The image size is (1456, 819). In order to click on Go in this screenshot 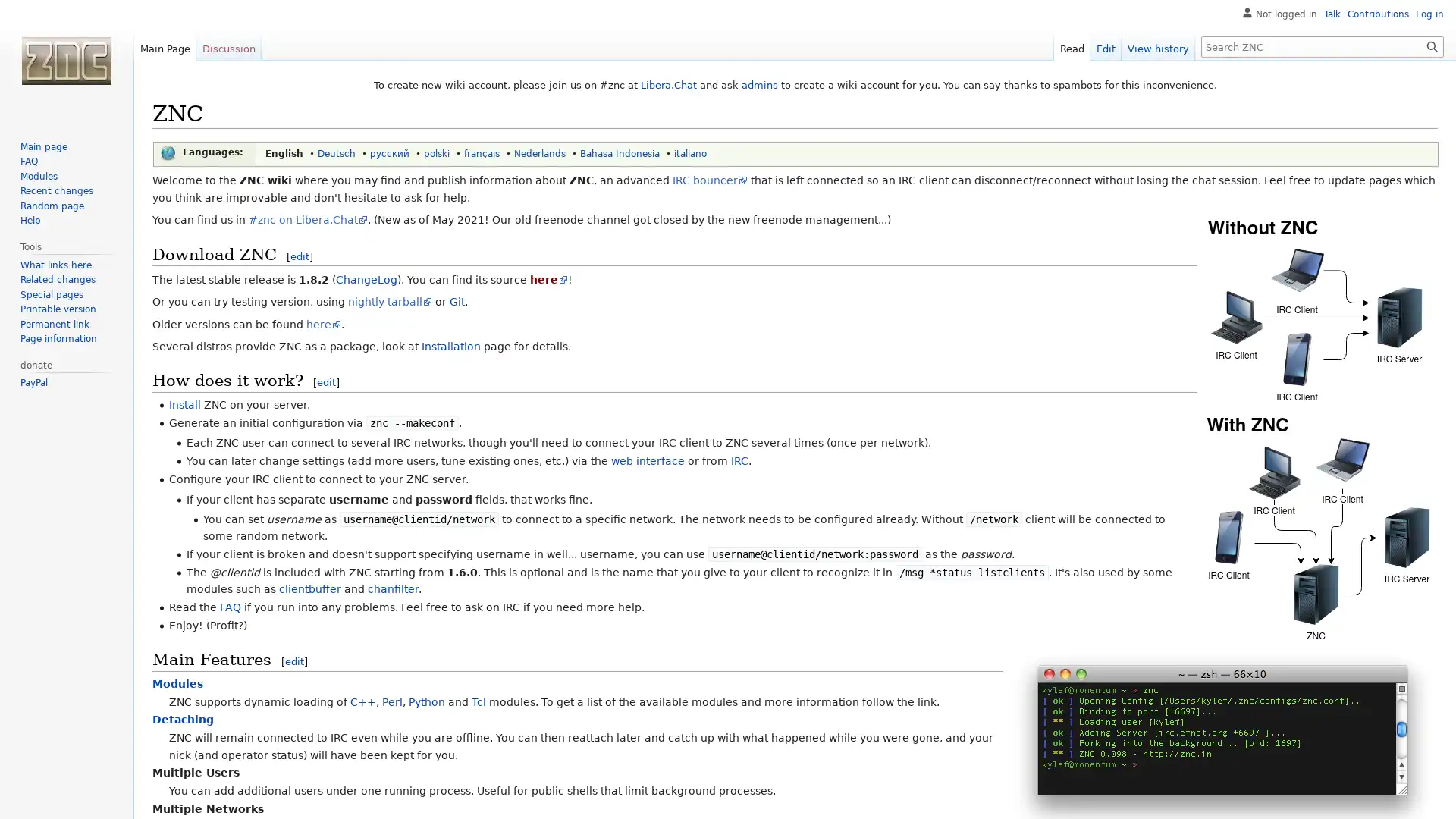, I will do `click(1432, 45)`.